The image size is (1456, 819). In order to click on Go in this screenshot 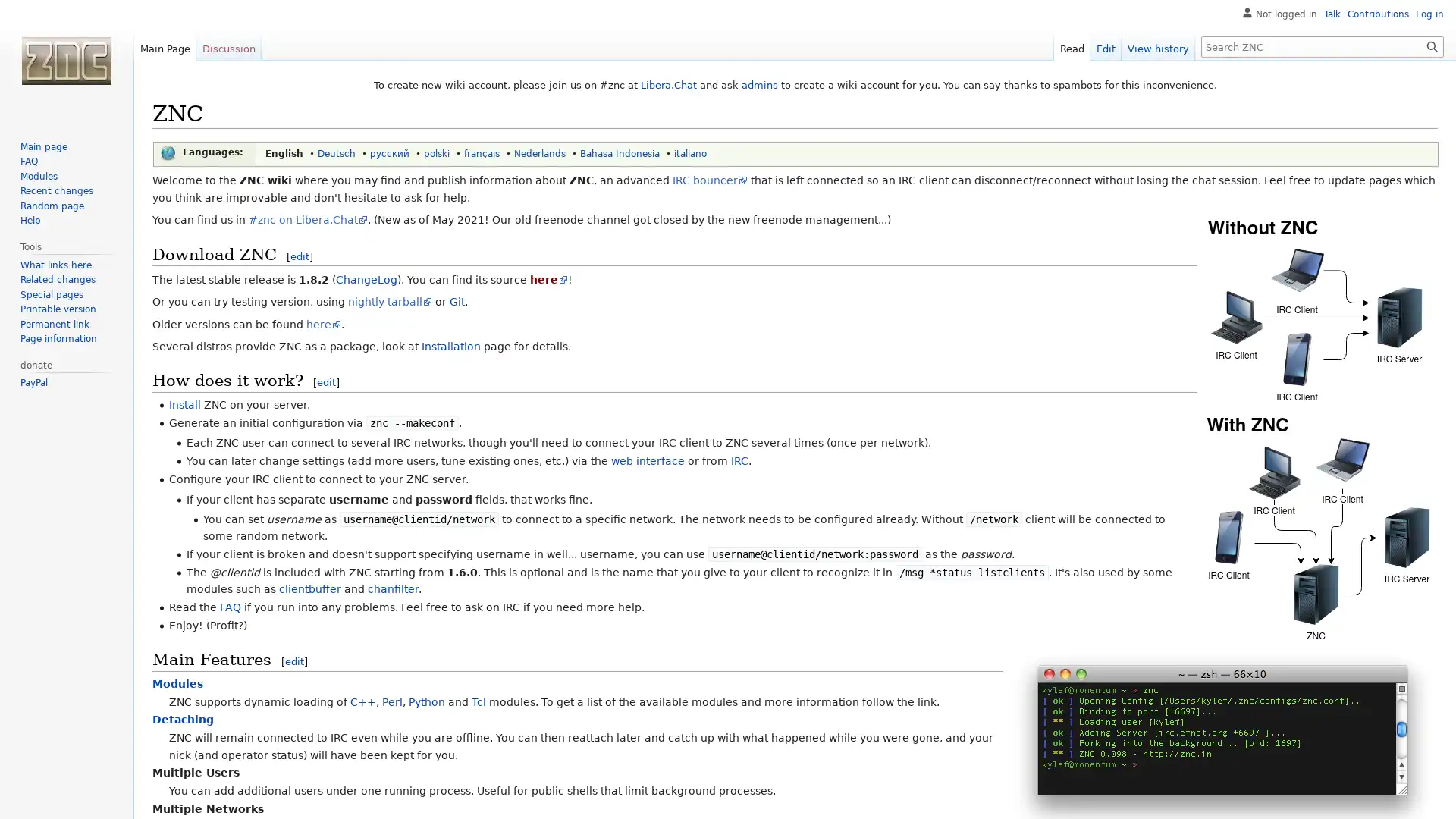, I will do `click(1432, 45)`.